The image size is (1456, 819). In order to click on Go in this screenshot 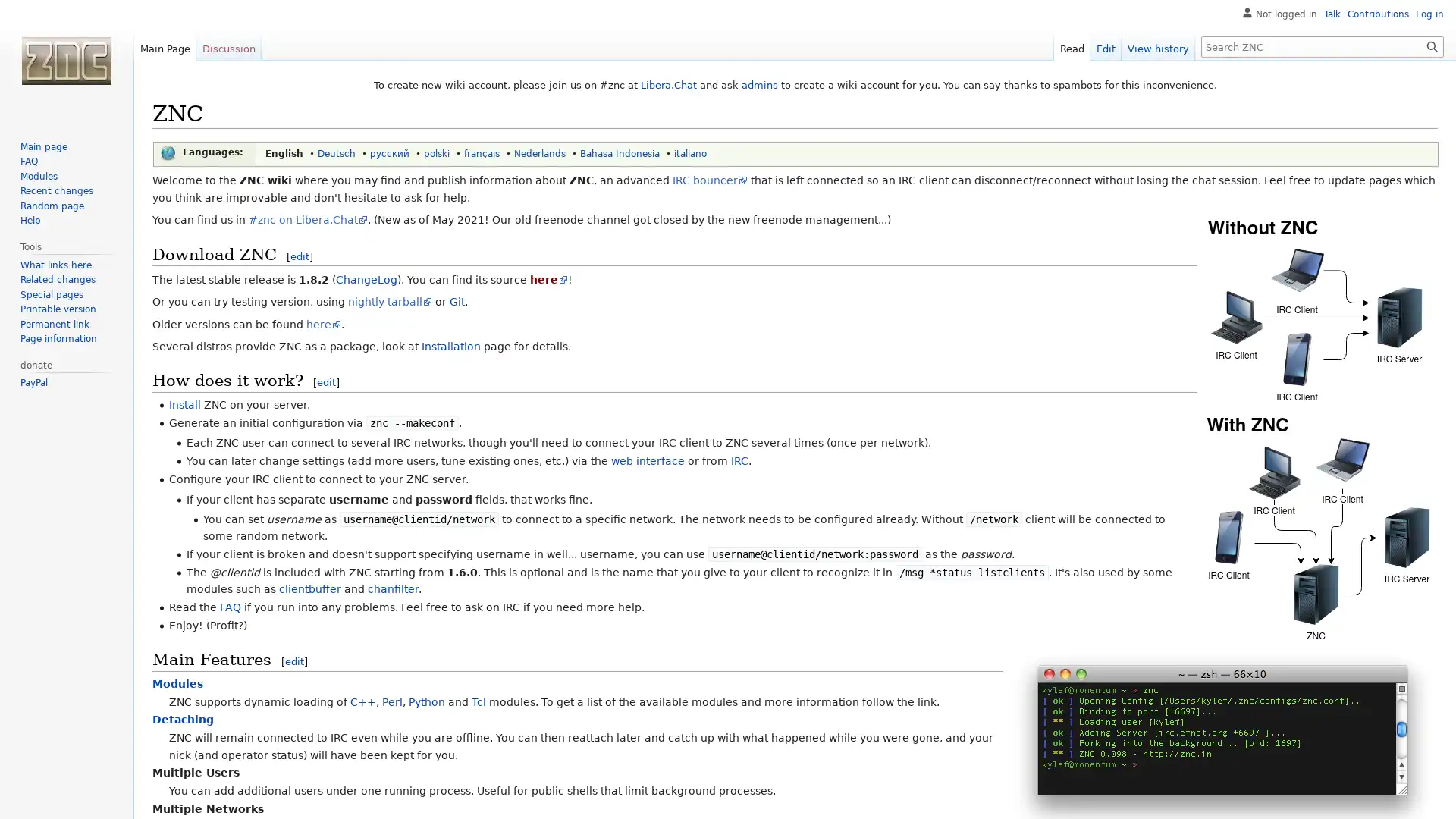, I will do `click(1432, 45)`.